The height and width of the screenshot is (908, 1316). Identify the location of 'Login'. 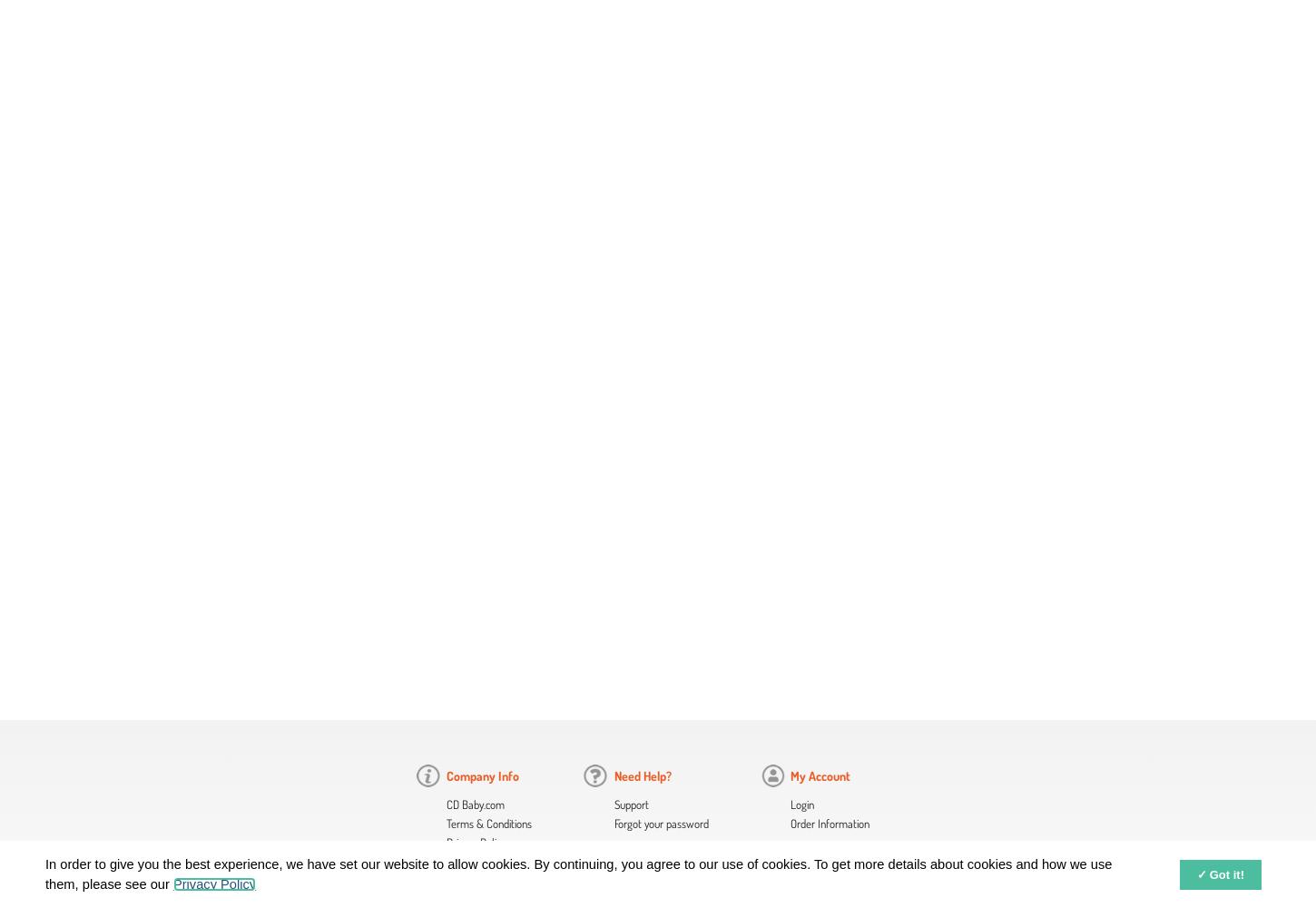
(790, 804).